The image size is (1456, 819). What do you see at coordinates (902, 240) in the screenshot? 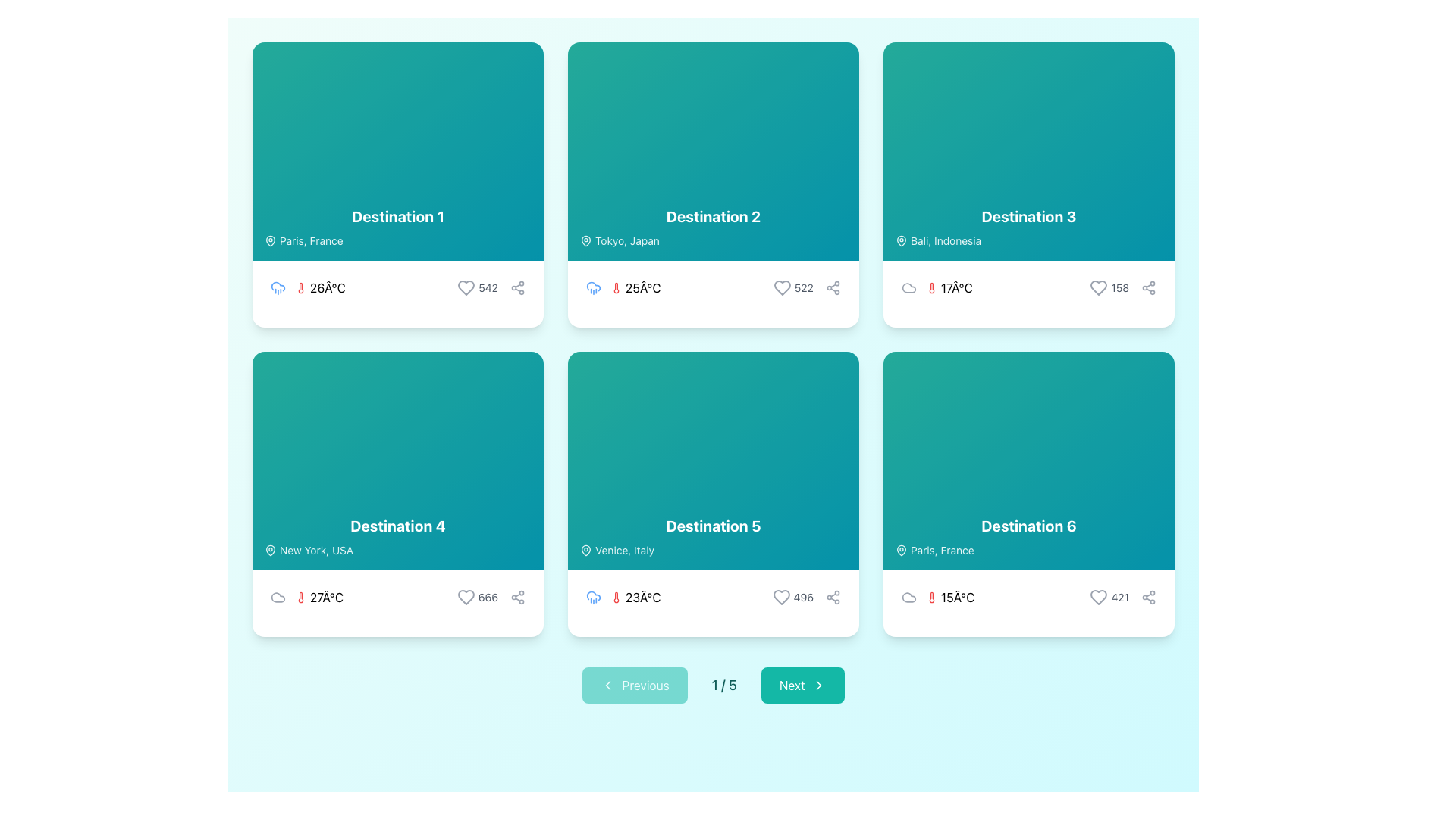
I see `the decorative map pin icon that visually indicates the geographical location of 'Bali, Indonesia', which is located within the 'Destination 3' card` at bounding box center [902, 240].